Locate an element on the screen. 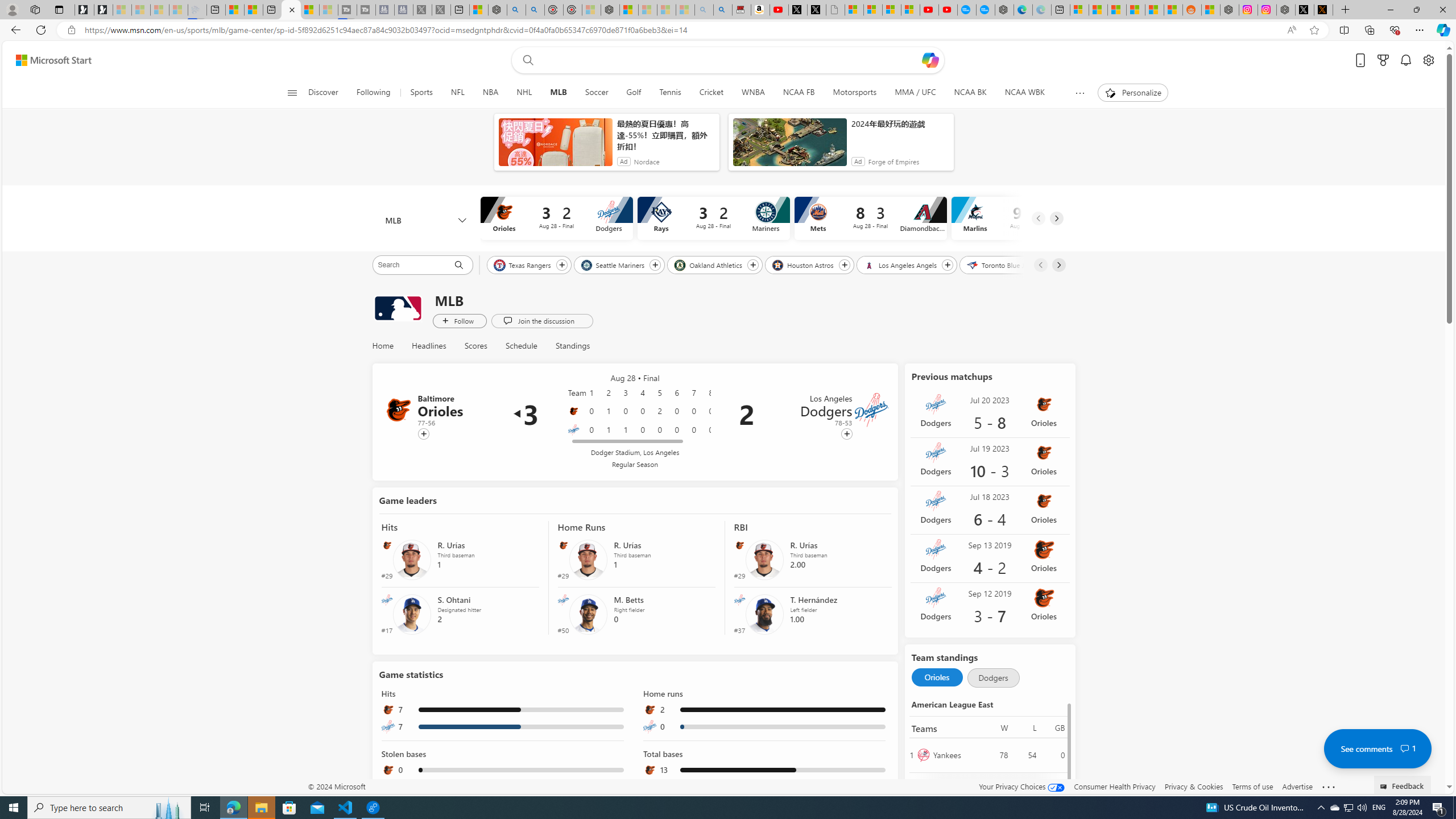  'Mets 8 vs Diamondbacks 3Final Date Aug 28' is located at coordinates (869, 217).